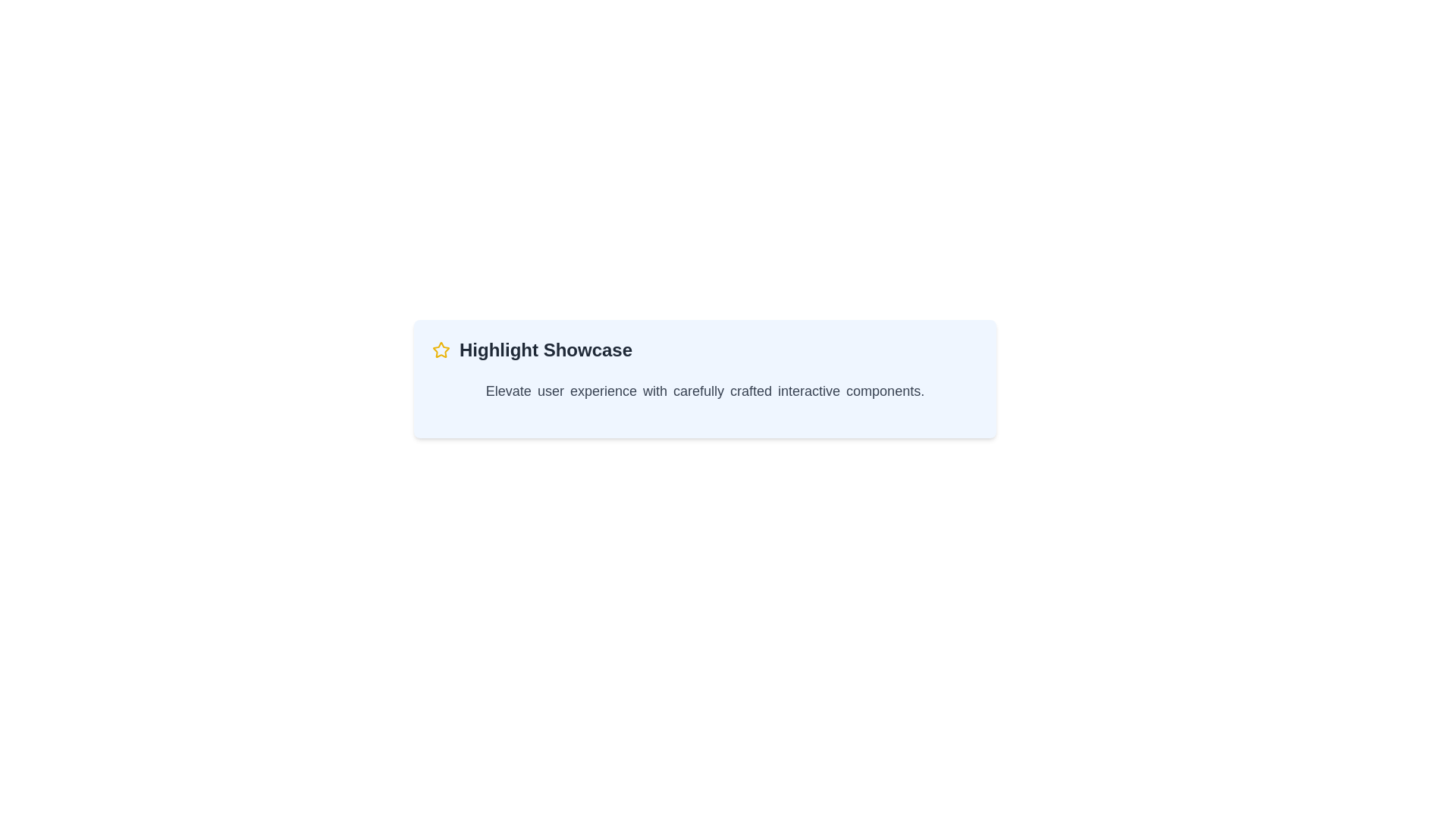 The image size is (1456, 819). I want to click on the text element reading 'with', which is the fourth word in the sentence below the title 'Highlight Showcase', so click(655, 391).